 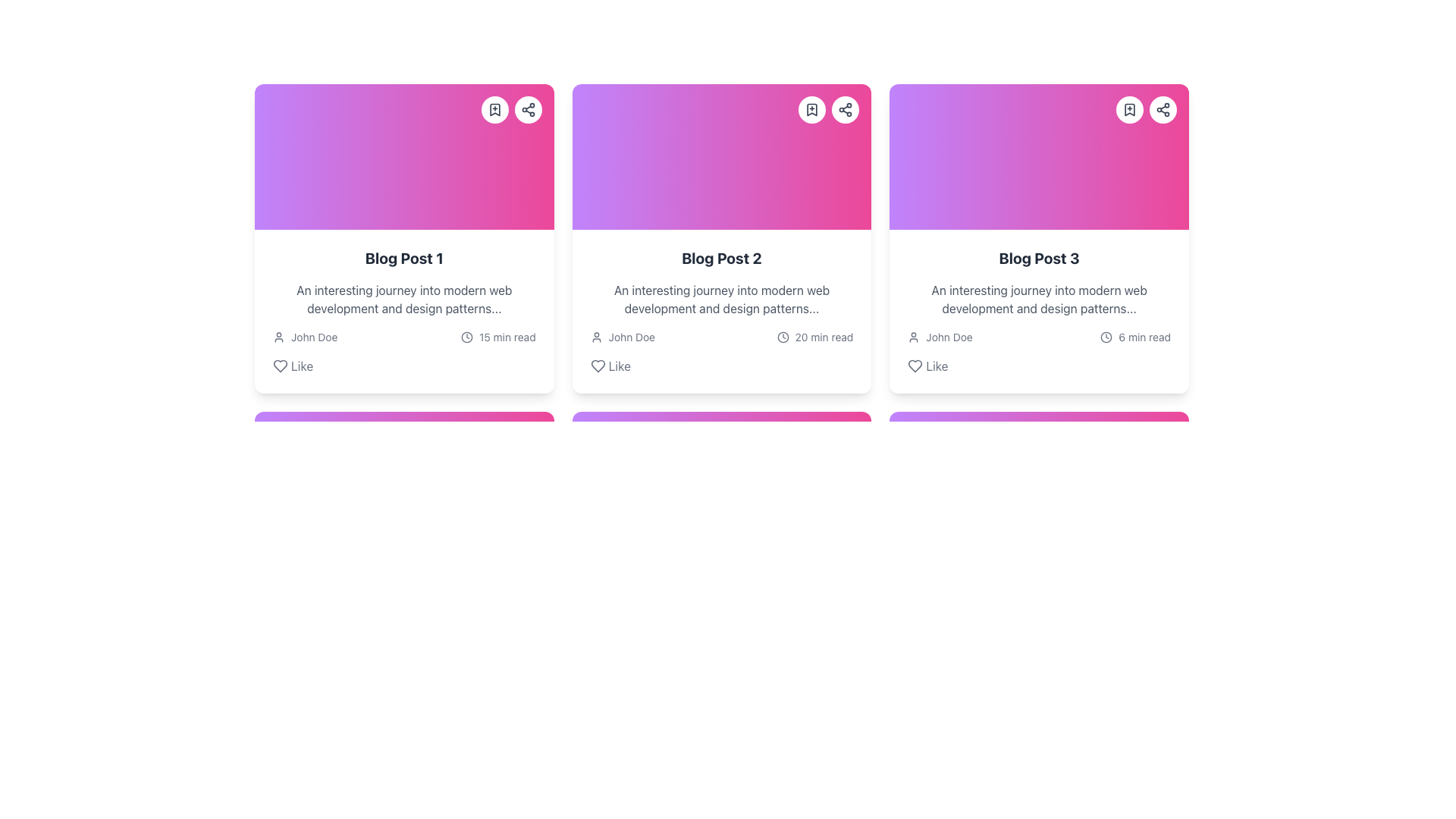 I want to click on the author details icon-text component located at the bottom area of the third card, directly underneath the description text, so click(x=939, y=336).